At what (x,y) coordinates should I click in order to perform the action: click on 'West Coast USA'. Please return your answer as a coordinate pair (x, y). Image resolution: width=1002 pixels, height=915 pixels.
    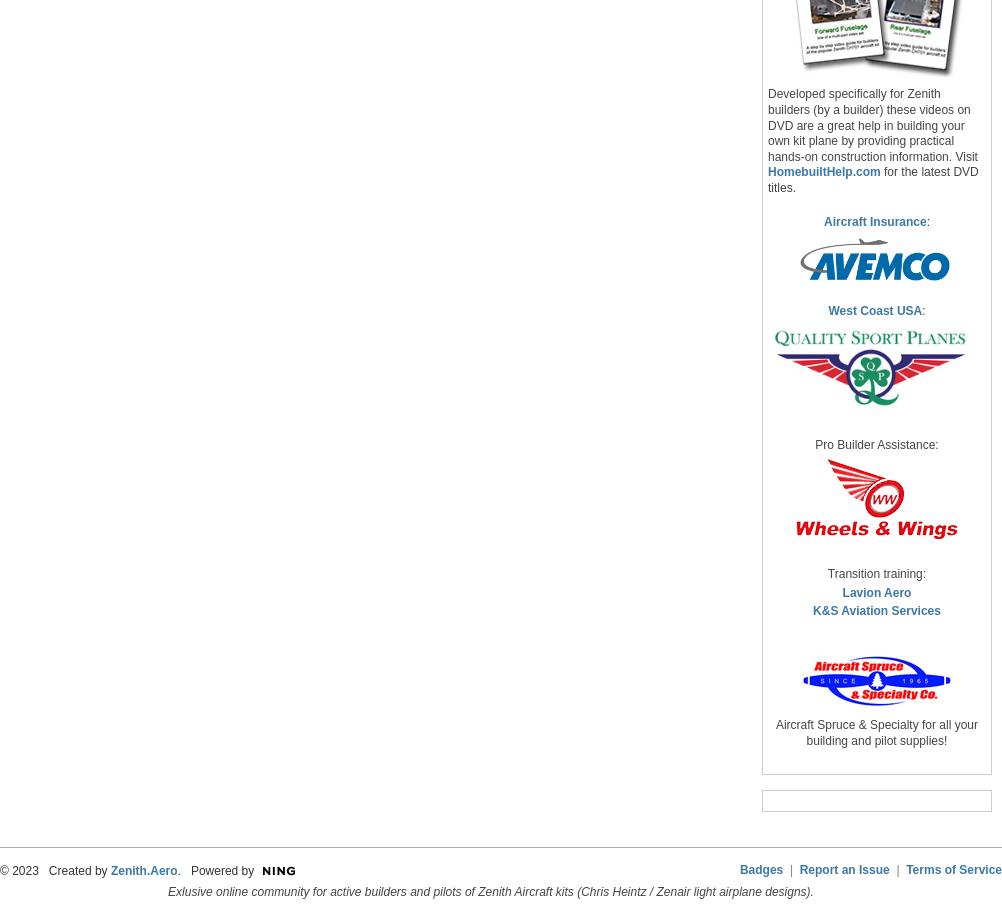
    Looking at the image, I should click on (875, 311).